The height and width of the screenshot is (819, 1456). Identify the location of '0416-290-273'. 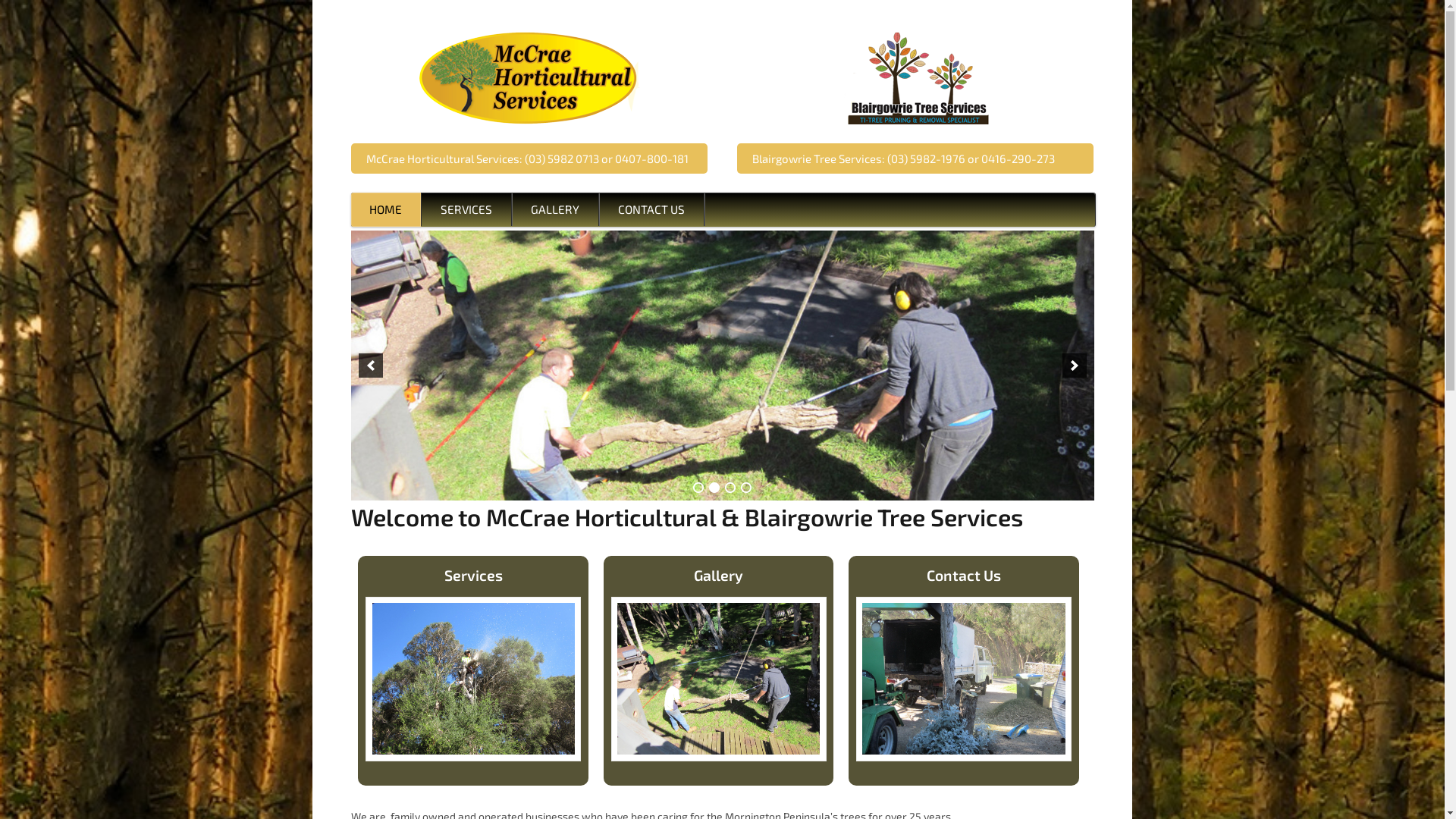
(1018, 158).